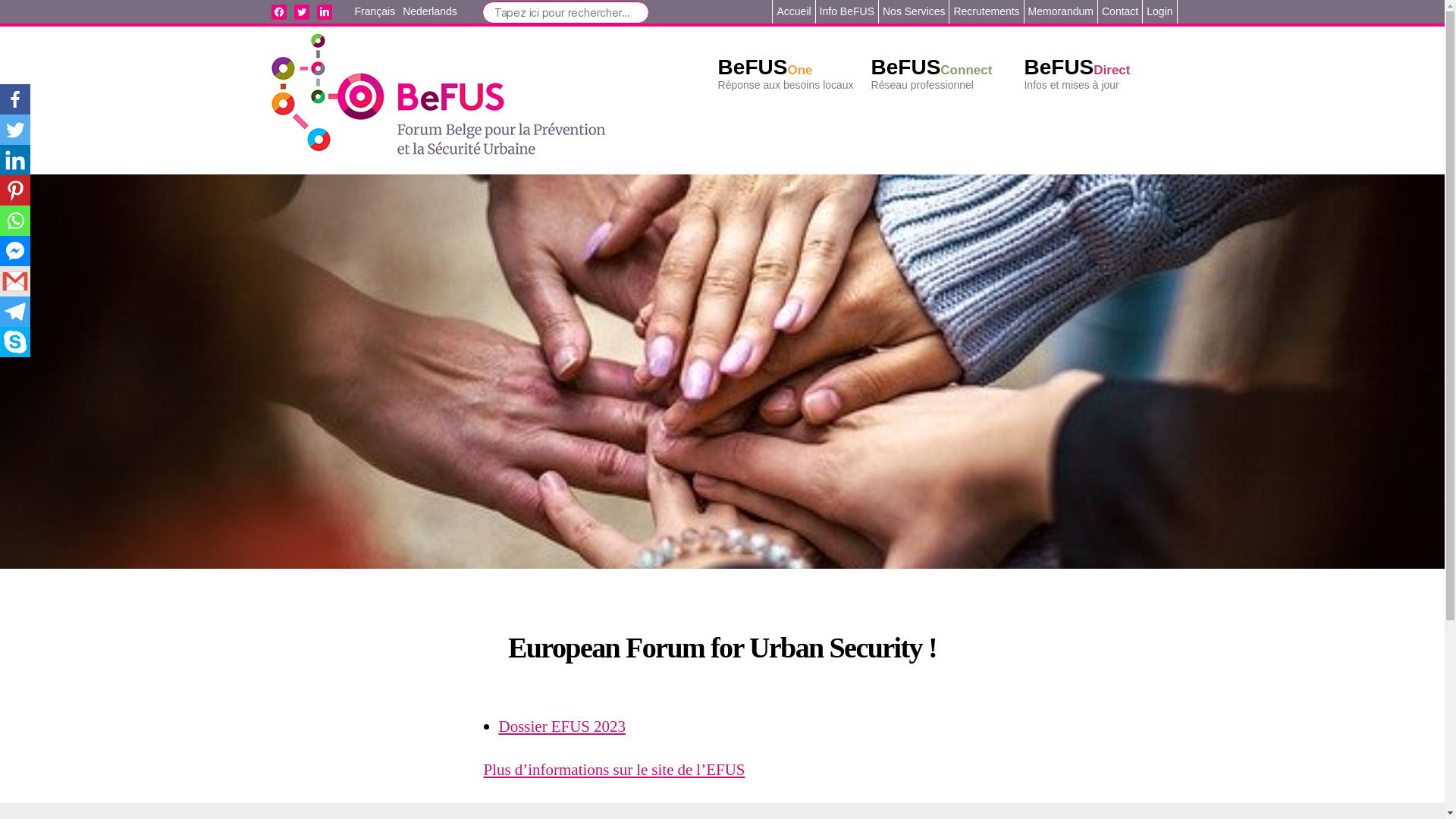 This screenshot has width=1456, height=819. Describe the element at coordinates (1059, 11) in the screenshot. I see `'Memorandum'` at that location.